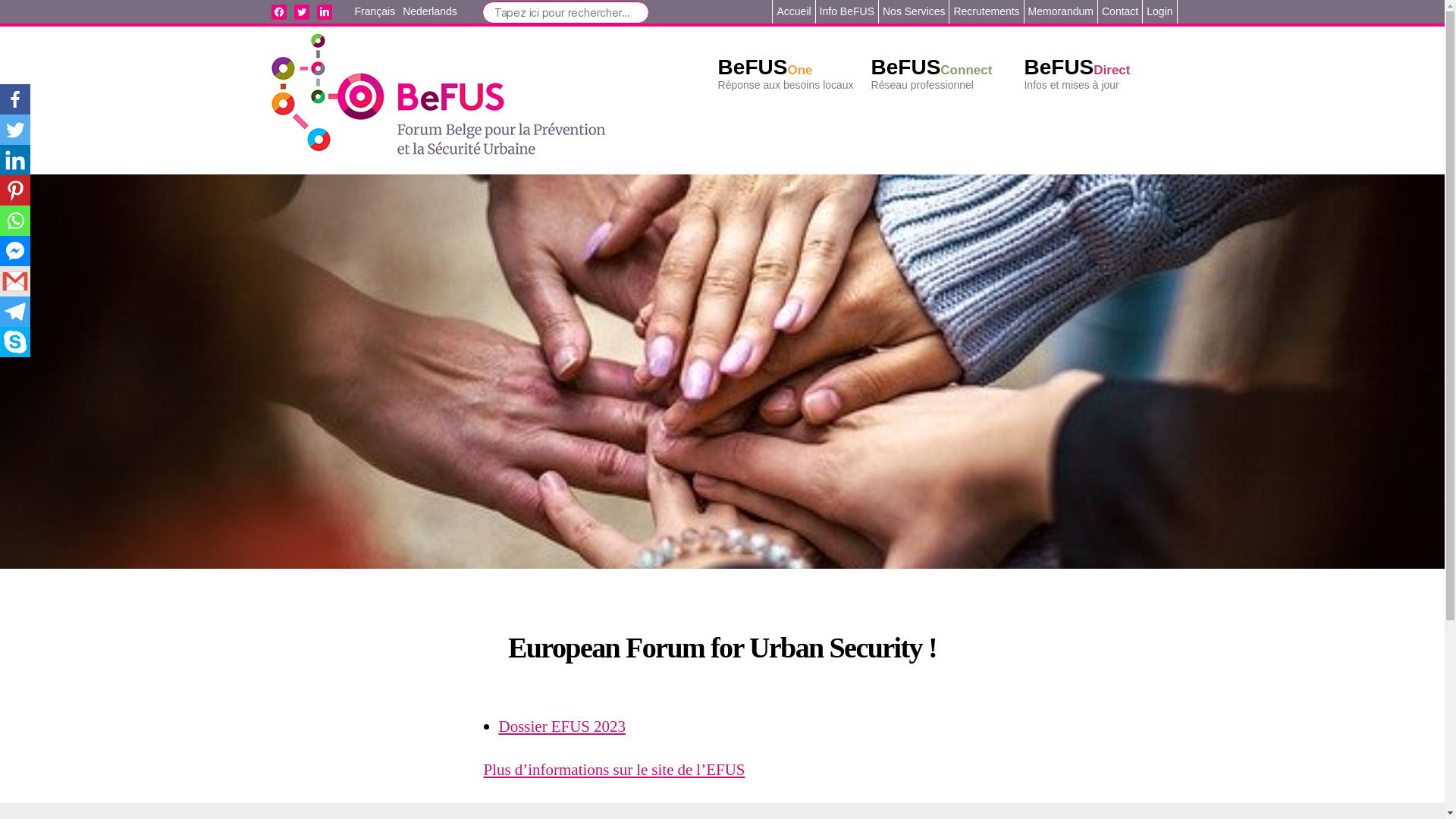 This screenshot has width=1456, height=819. Describe the element at coordinates (1059, 11) in the screenshot. I see `'Memorandum'` at that location.